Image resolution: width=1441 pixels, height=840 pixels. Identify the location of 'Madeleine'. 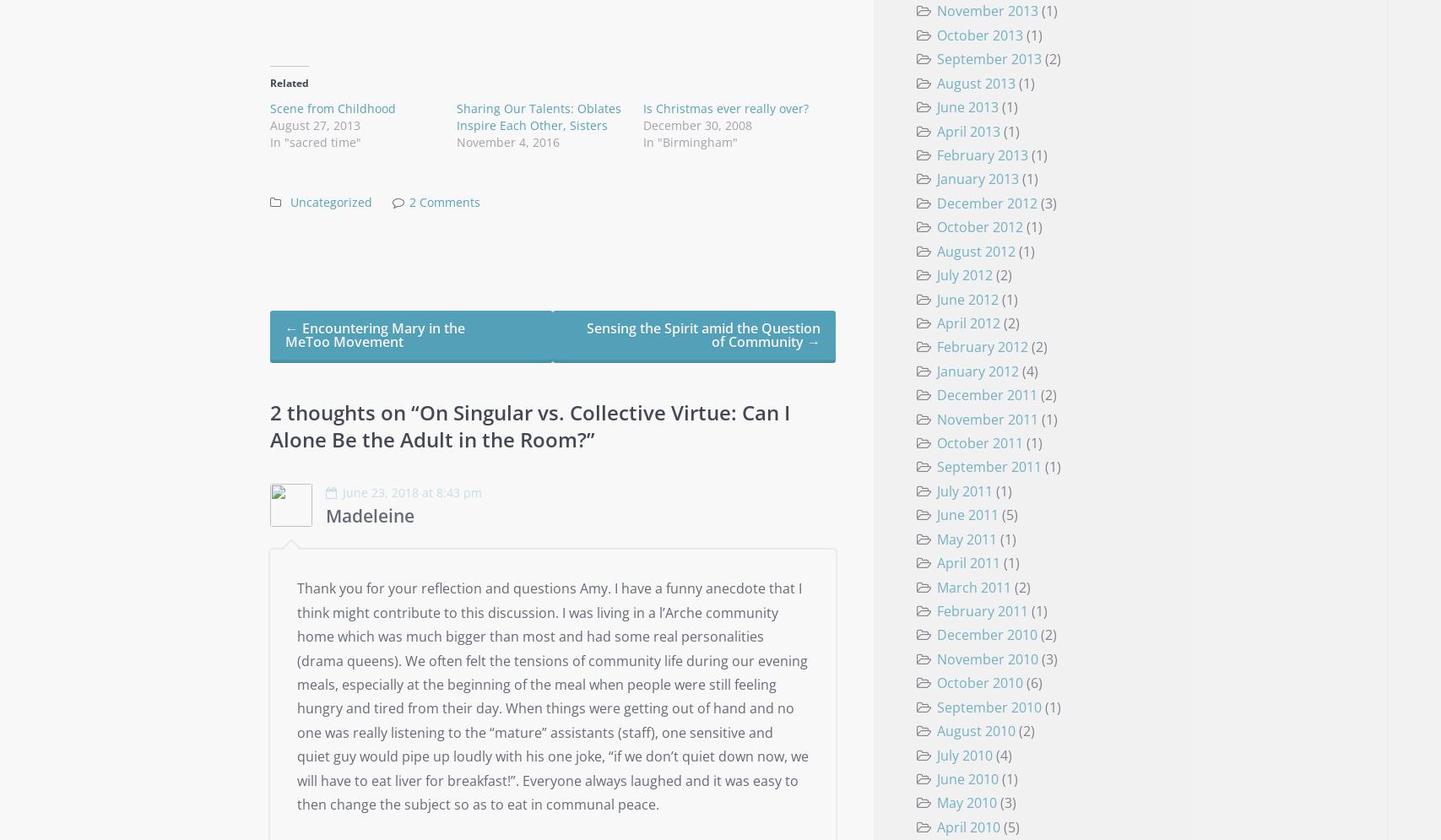
(370, 513).